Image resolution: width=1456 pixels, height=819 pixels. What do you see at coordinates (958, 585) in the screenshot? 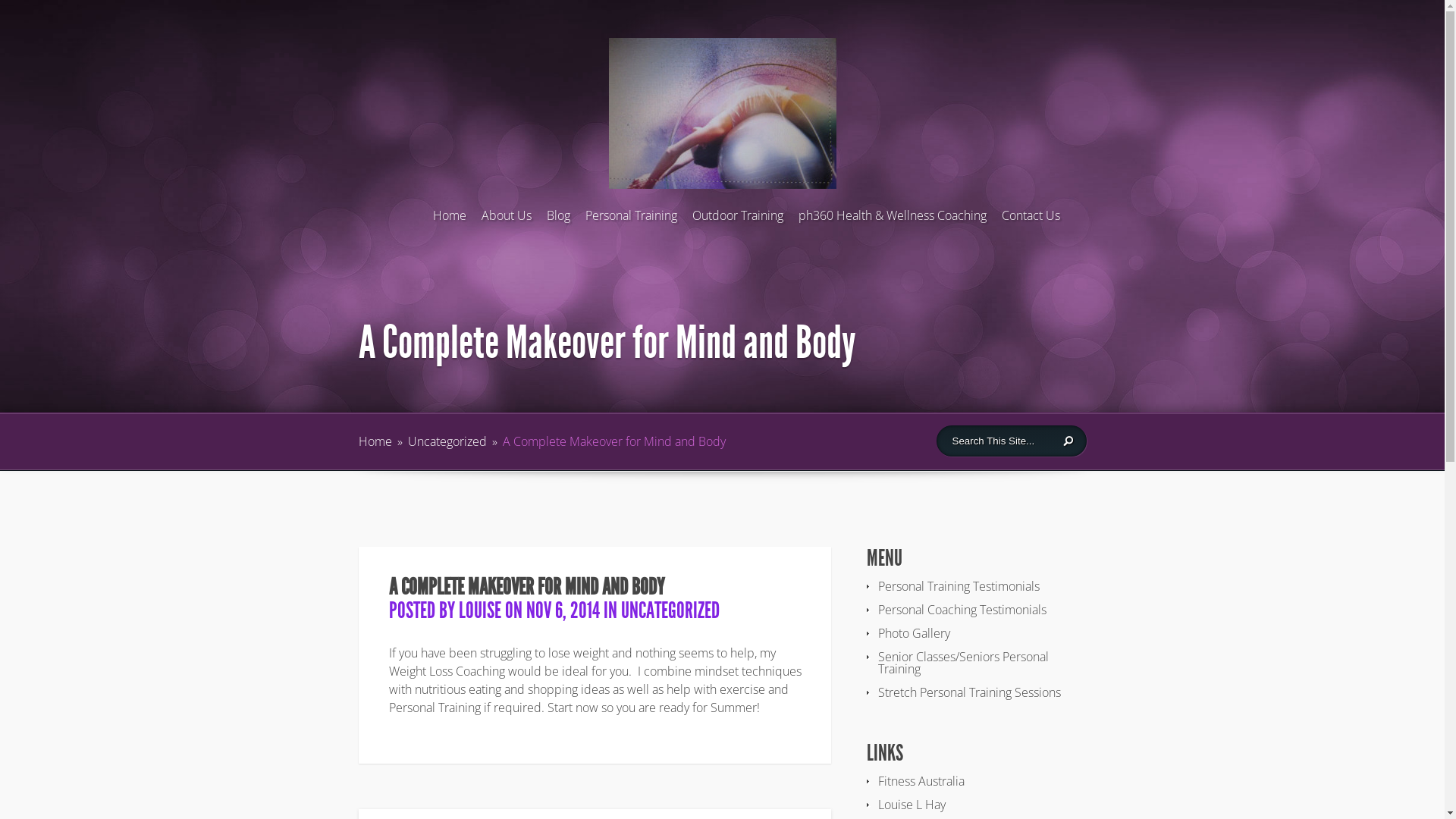
I see `'Personal Training Testimonials'` at bounding box center [958, 585].